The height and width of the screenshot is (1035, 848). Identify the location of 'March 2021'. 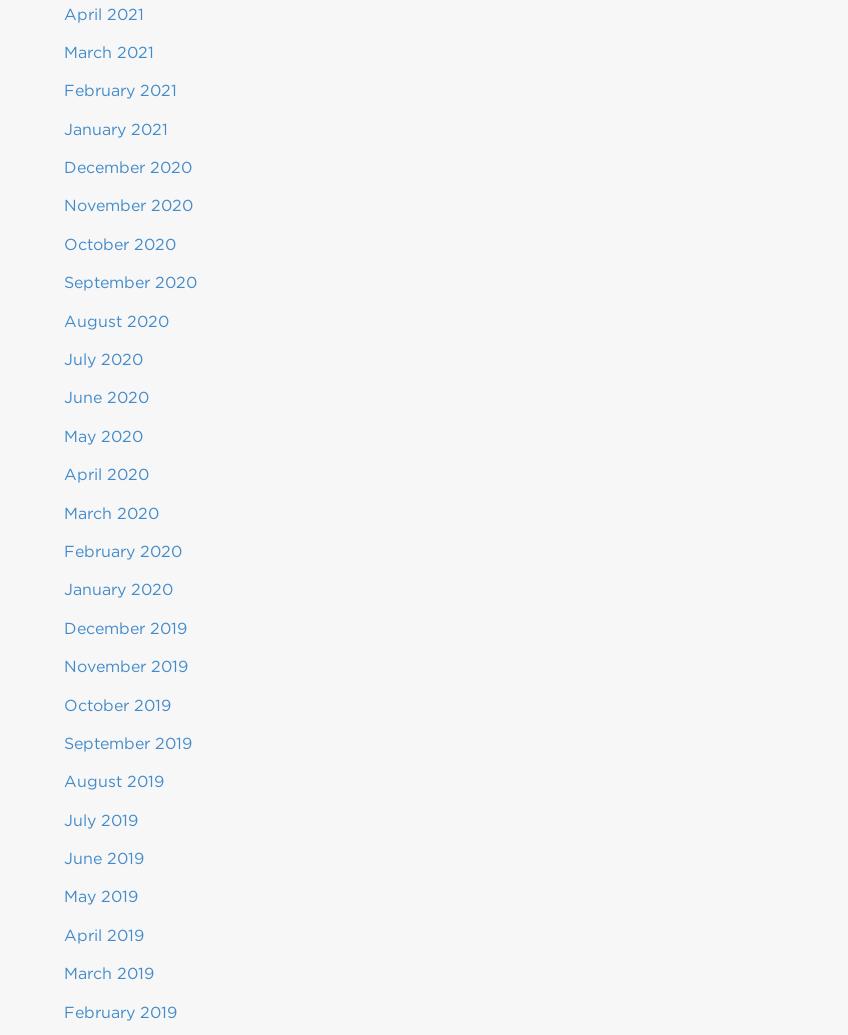
(107, 51).